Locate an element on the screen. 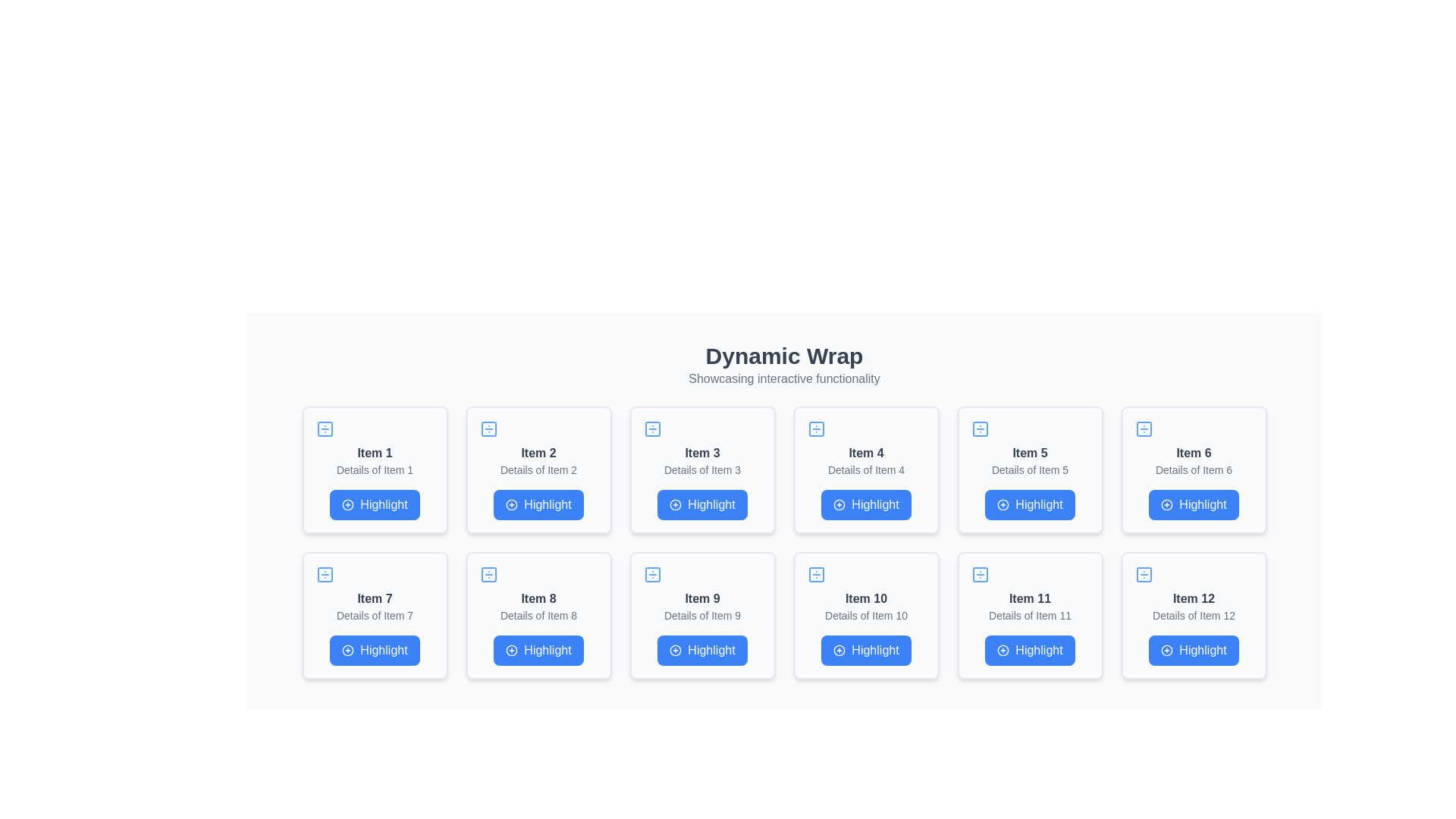 The image size is (1456, 819). the static text that provides additional information related to 'Item 10', located beneath the title and above the 'Highlight' button in the card labeled 'Item 10' is located at coordinates (866, 616).